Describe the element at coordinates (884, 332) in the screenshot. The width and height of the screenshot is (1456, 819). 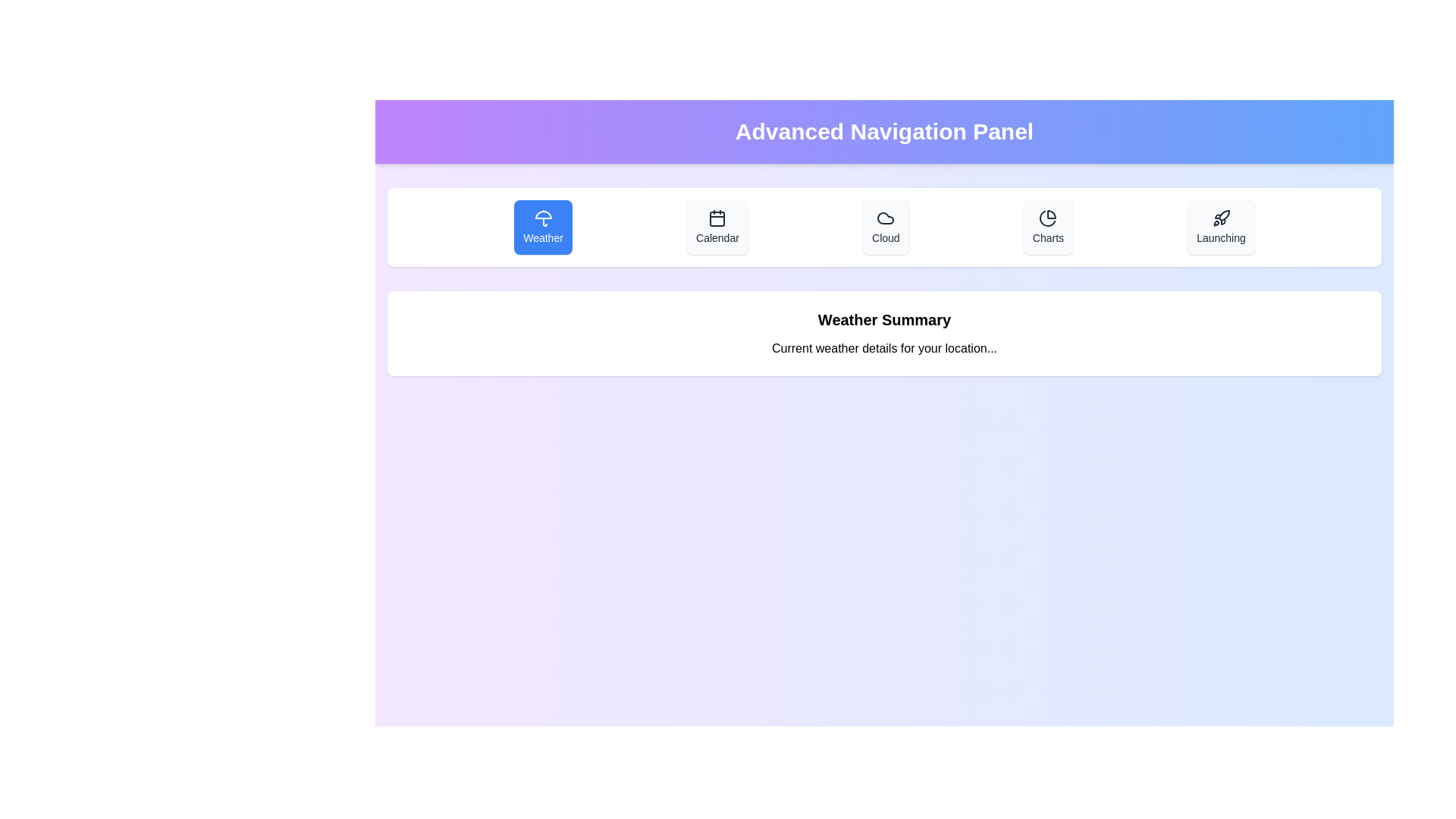
I see `the central text block that provides an overview of current weather conditions, located below the navigation bar` at that location.